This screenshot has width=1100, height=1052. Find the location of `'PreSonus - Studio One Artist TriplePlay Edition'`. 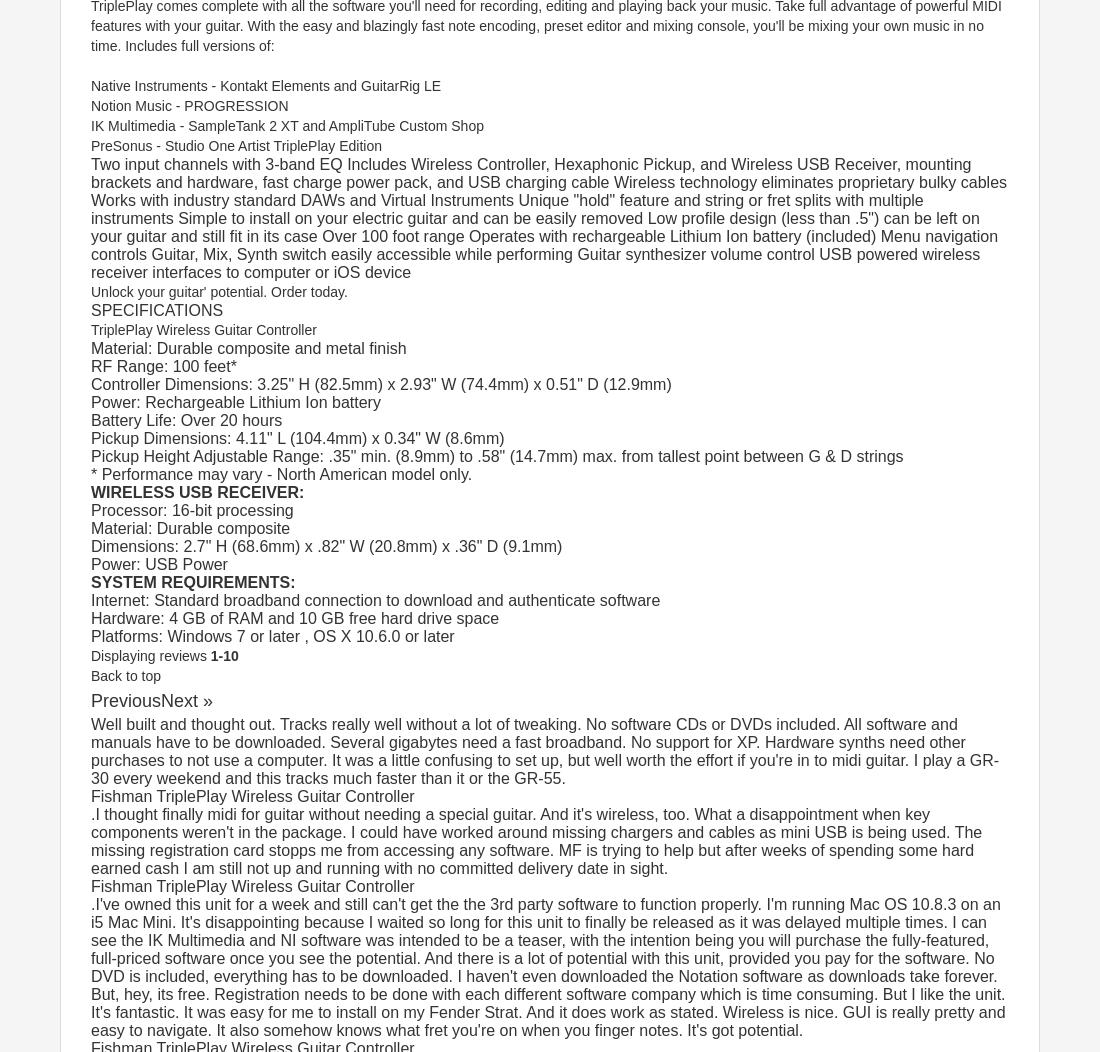

'PreSonus - Studio One Artist TriplePlay Edition' is located at coordinates (236, 145).